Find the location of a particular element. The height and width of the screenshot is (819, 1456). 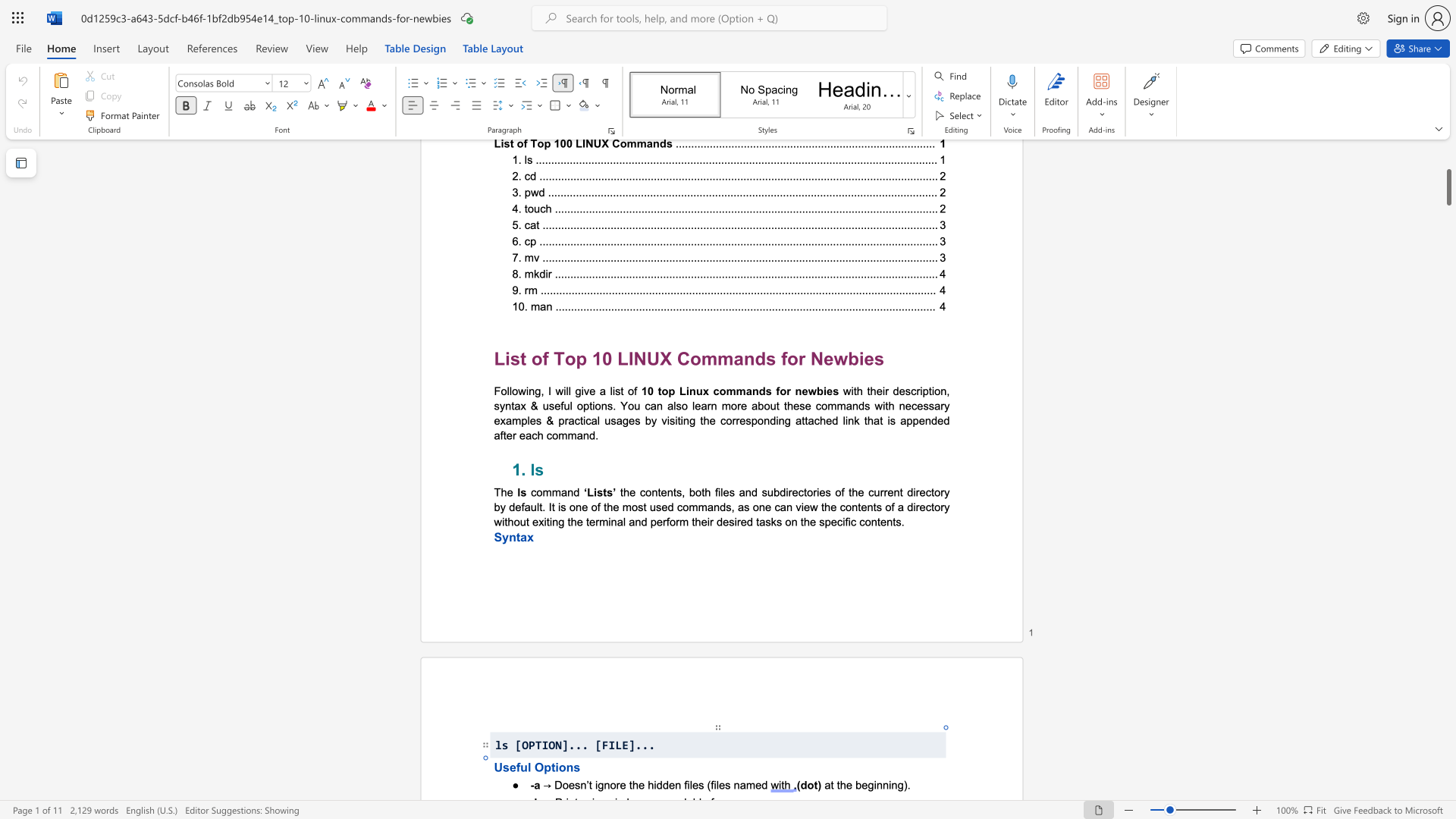

the 2th character "g" in the text is located at coordinates (900, 785).